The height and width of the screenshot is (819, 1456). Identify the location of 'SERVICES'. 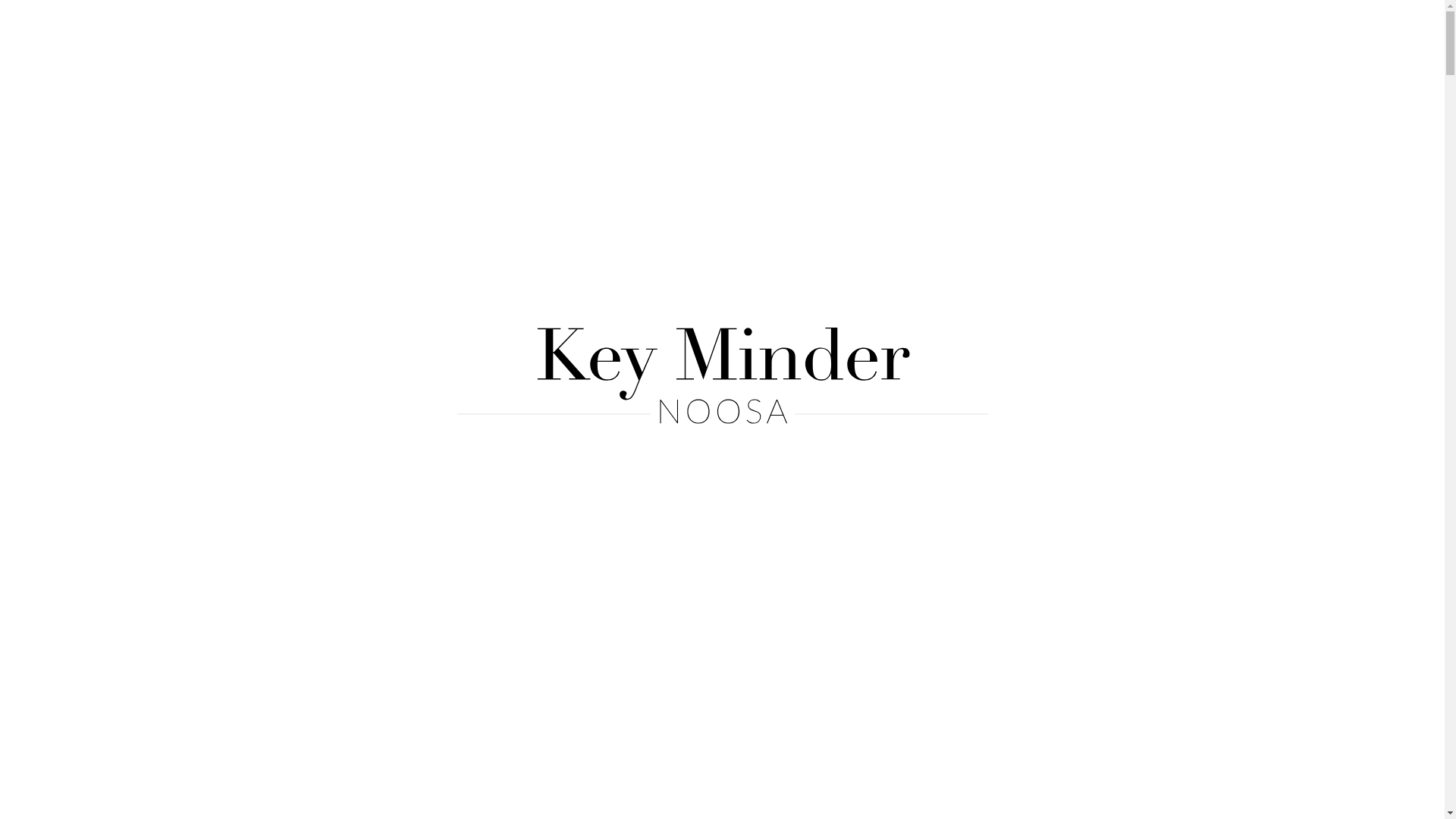
(932, 27).